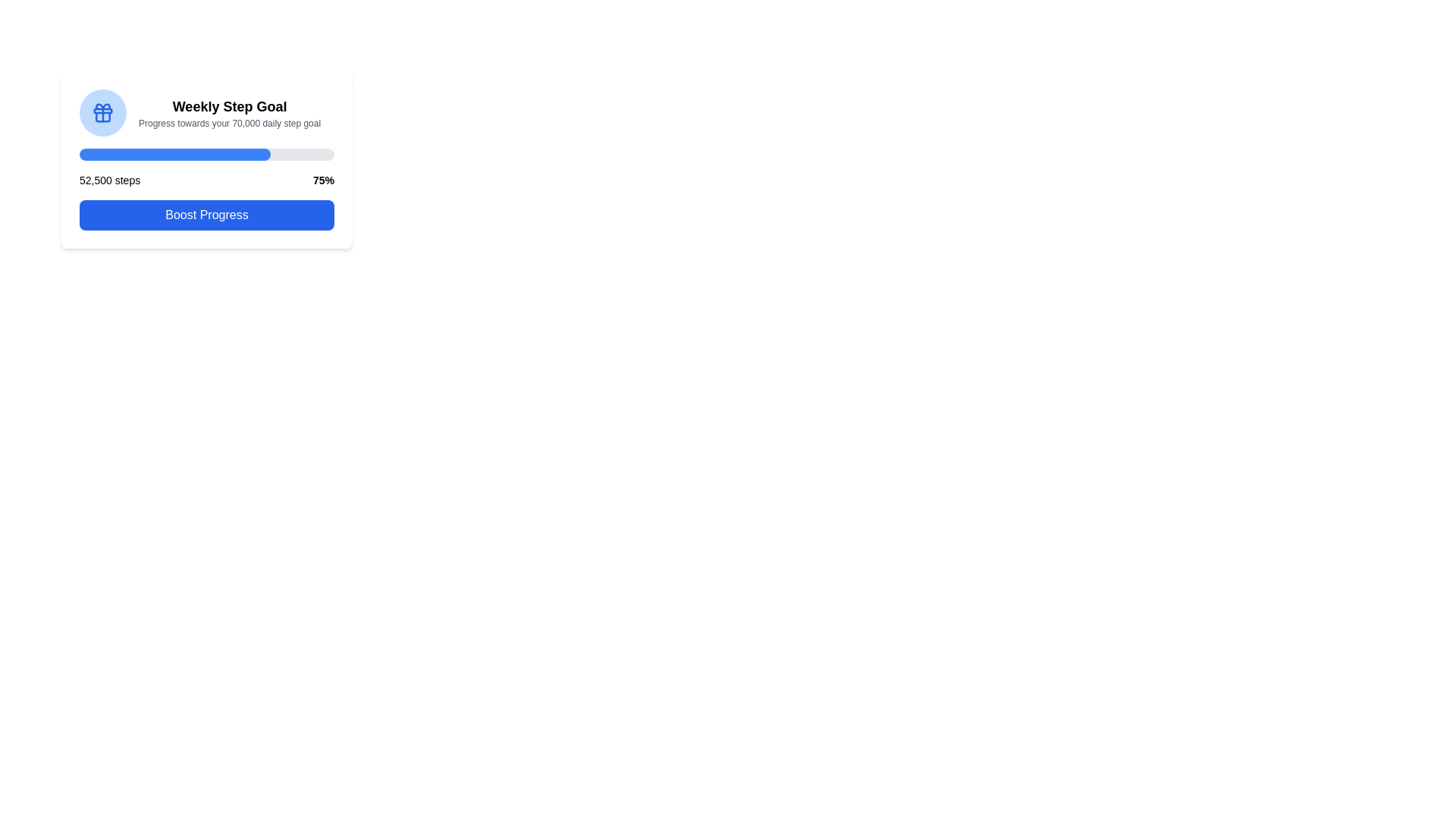  Describe the element at coordinates (206, 215) in the screenshot. I see `the button located at the bottom of the step goals card` at that location.